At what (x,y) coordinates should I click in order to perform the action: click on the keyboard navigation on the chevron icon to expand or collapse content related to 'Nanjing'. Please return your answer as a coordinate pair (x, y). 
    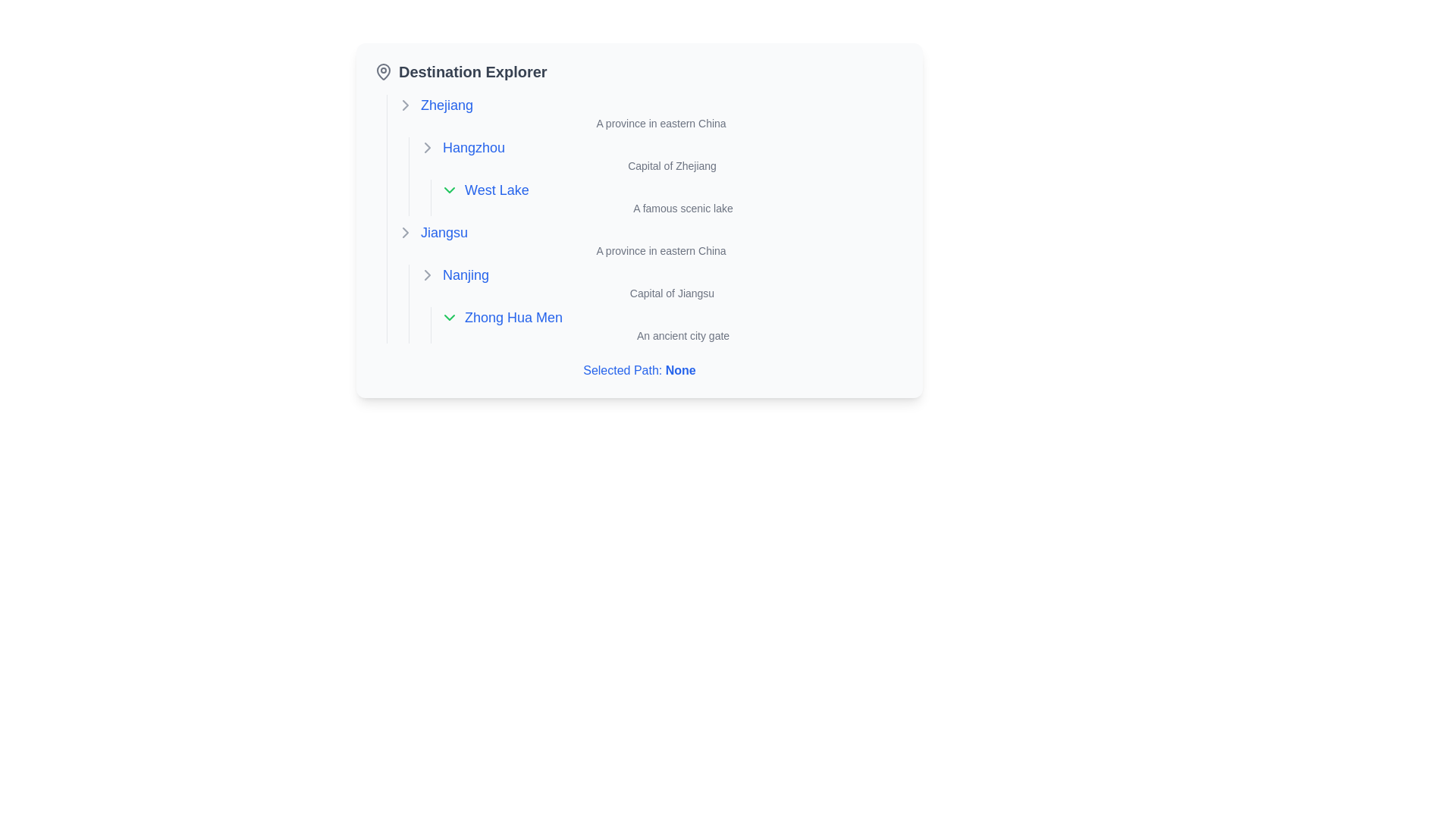
    Looking at the image, I should click on (427, 275).